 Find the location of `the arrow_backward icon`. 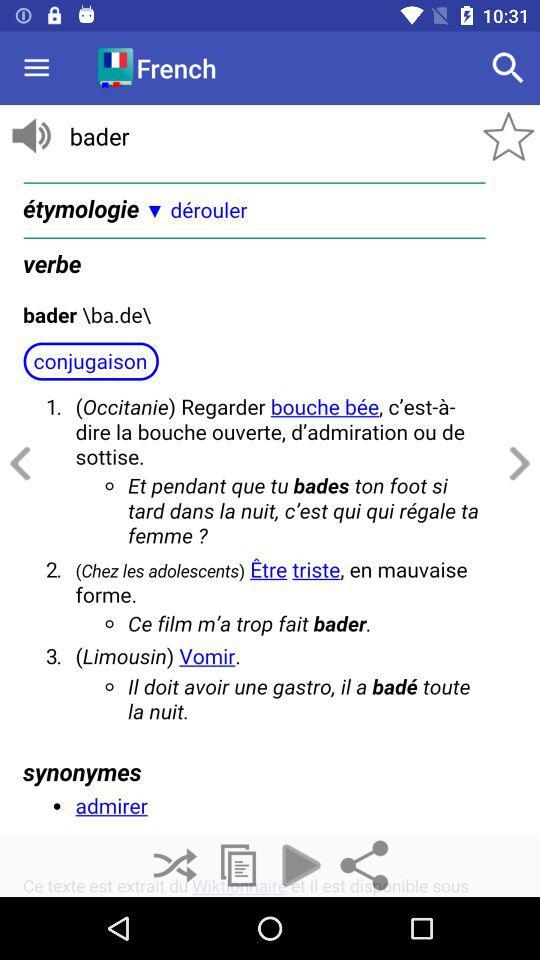

the arrow_backward icon is located at coordinates (22, 464).